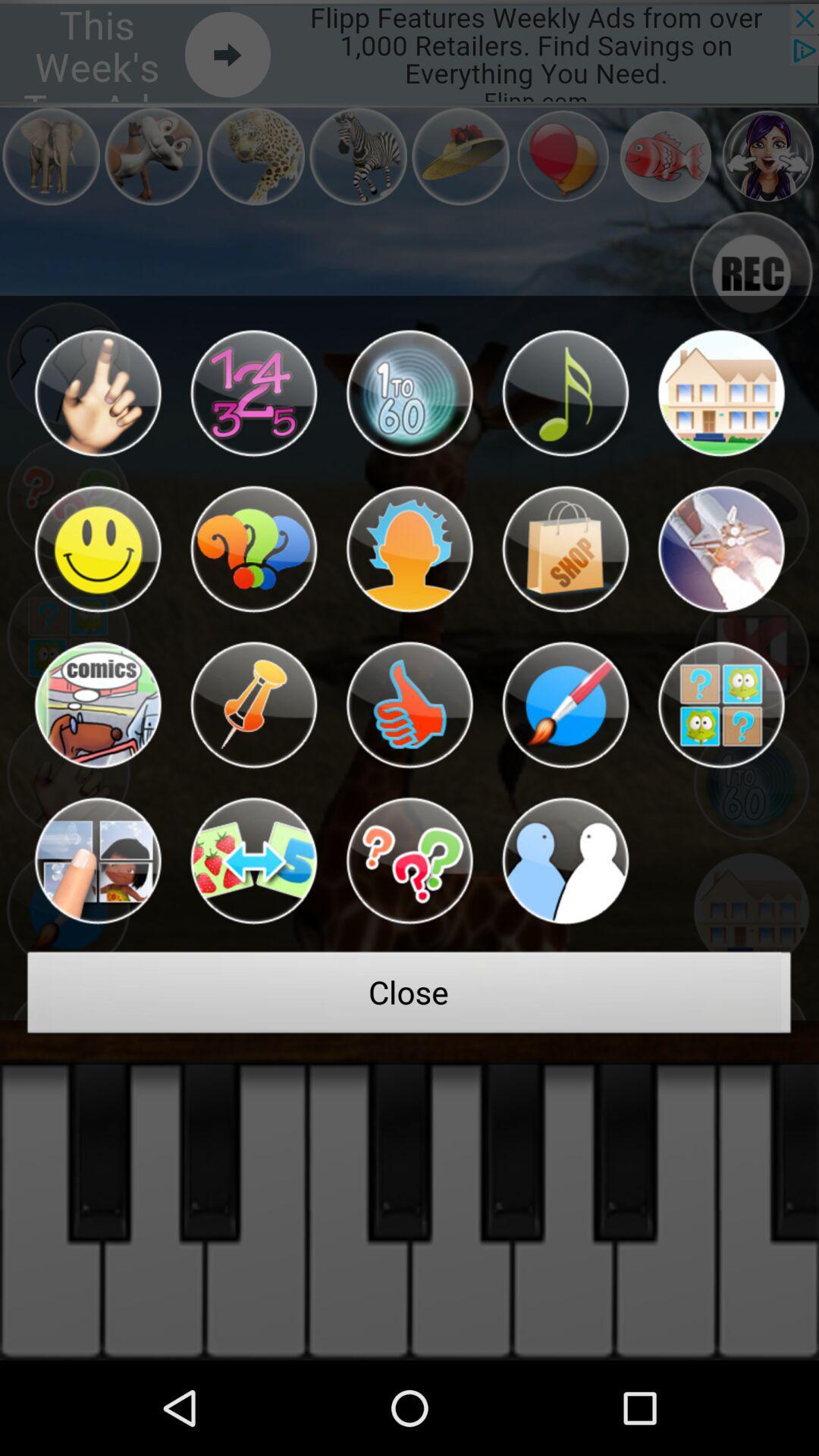  Describe the element at coordinates (97, 704) in the screenshot. I see `game` at that location.